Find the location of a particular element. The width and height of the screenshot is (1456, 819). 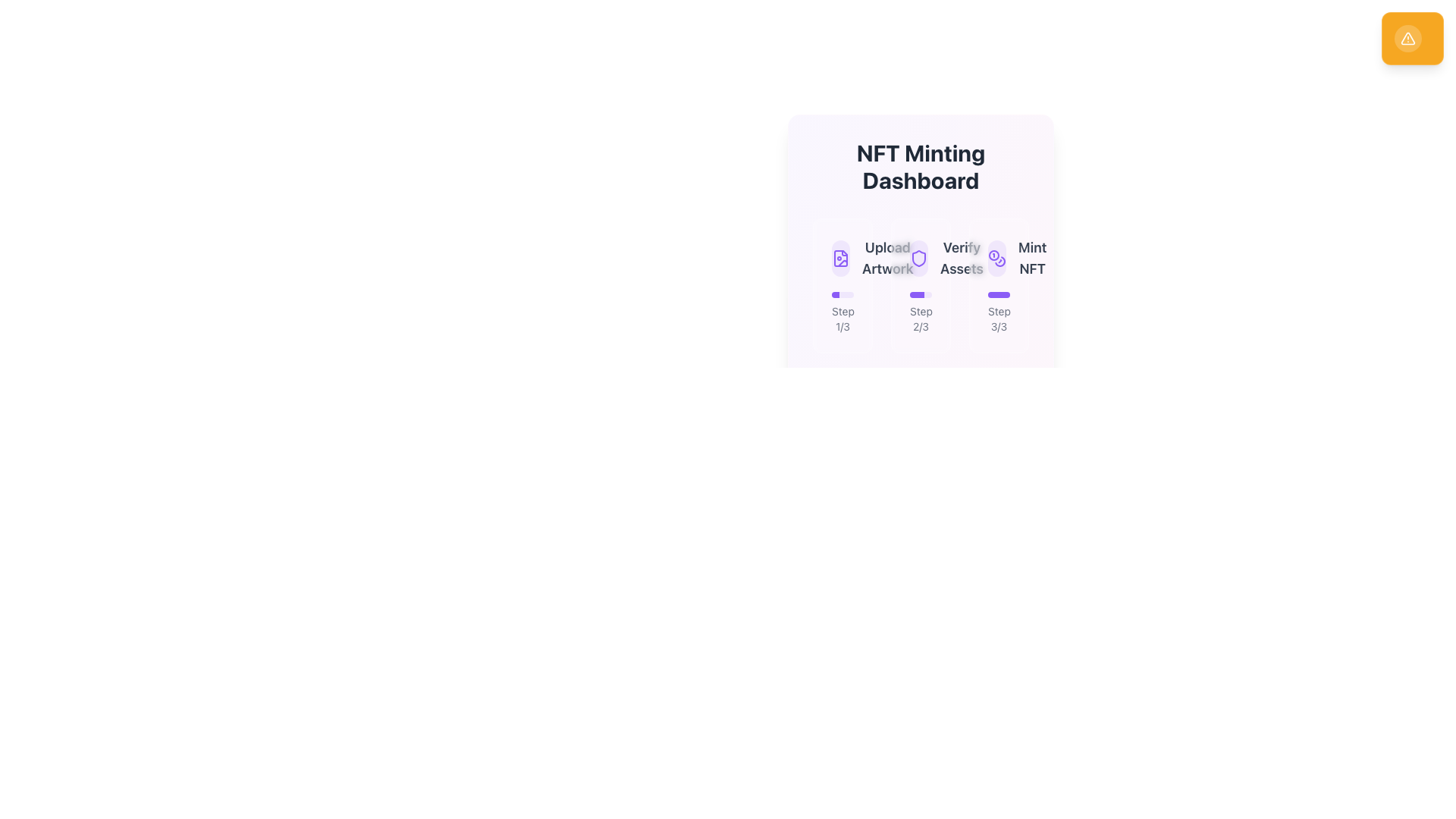

the 'Step 2/3' text label, which is styled in gray and positioned beneath the progress indicator bar in the 'Verify Assets' section of the three-step navigation layout is located at coordinates (920, 318).